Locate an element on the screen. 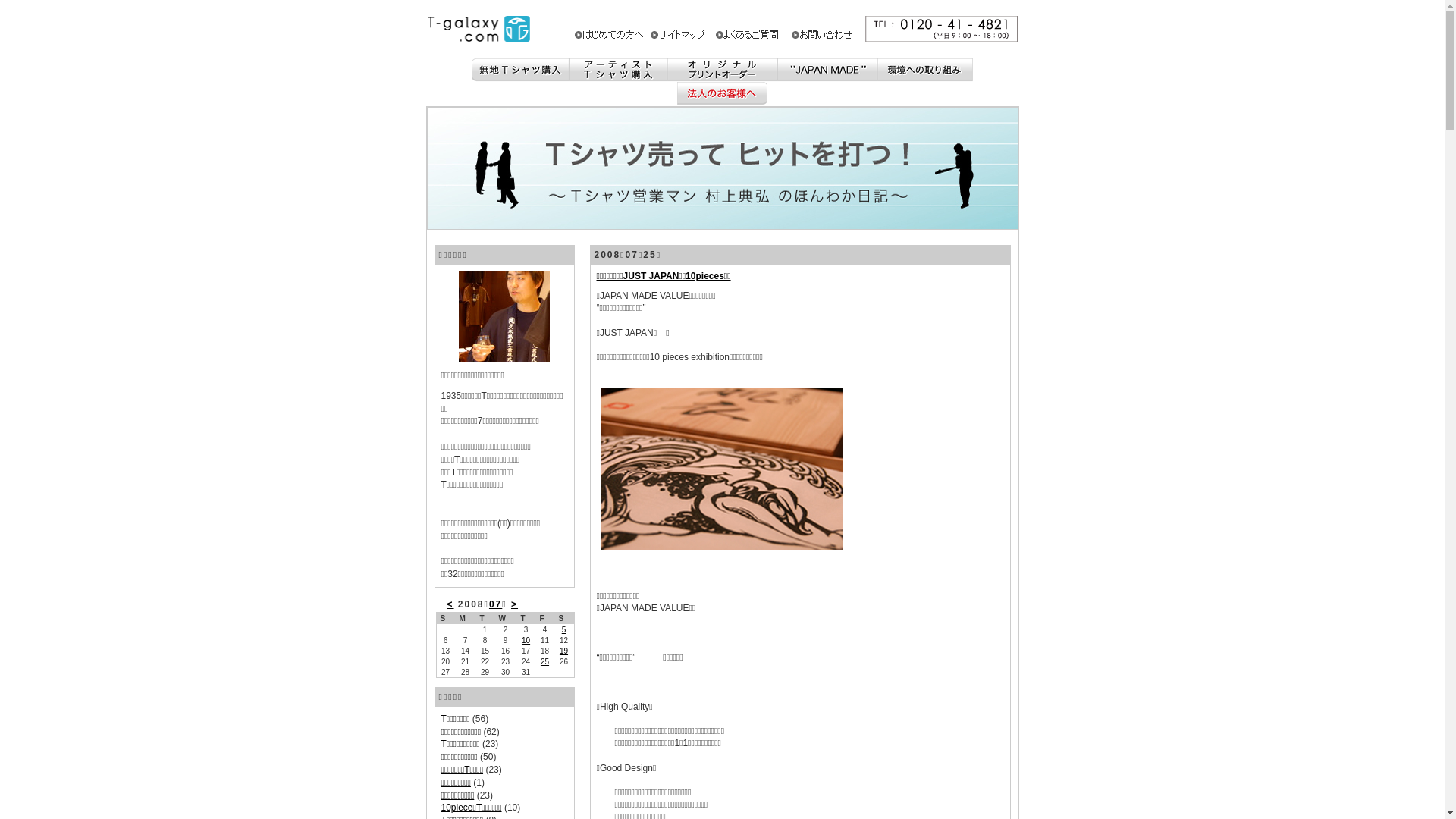 This screenshot has width=1456, height=819. '19' is located at coordinates (563, 650).